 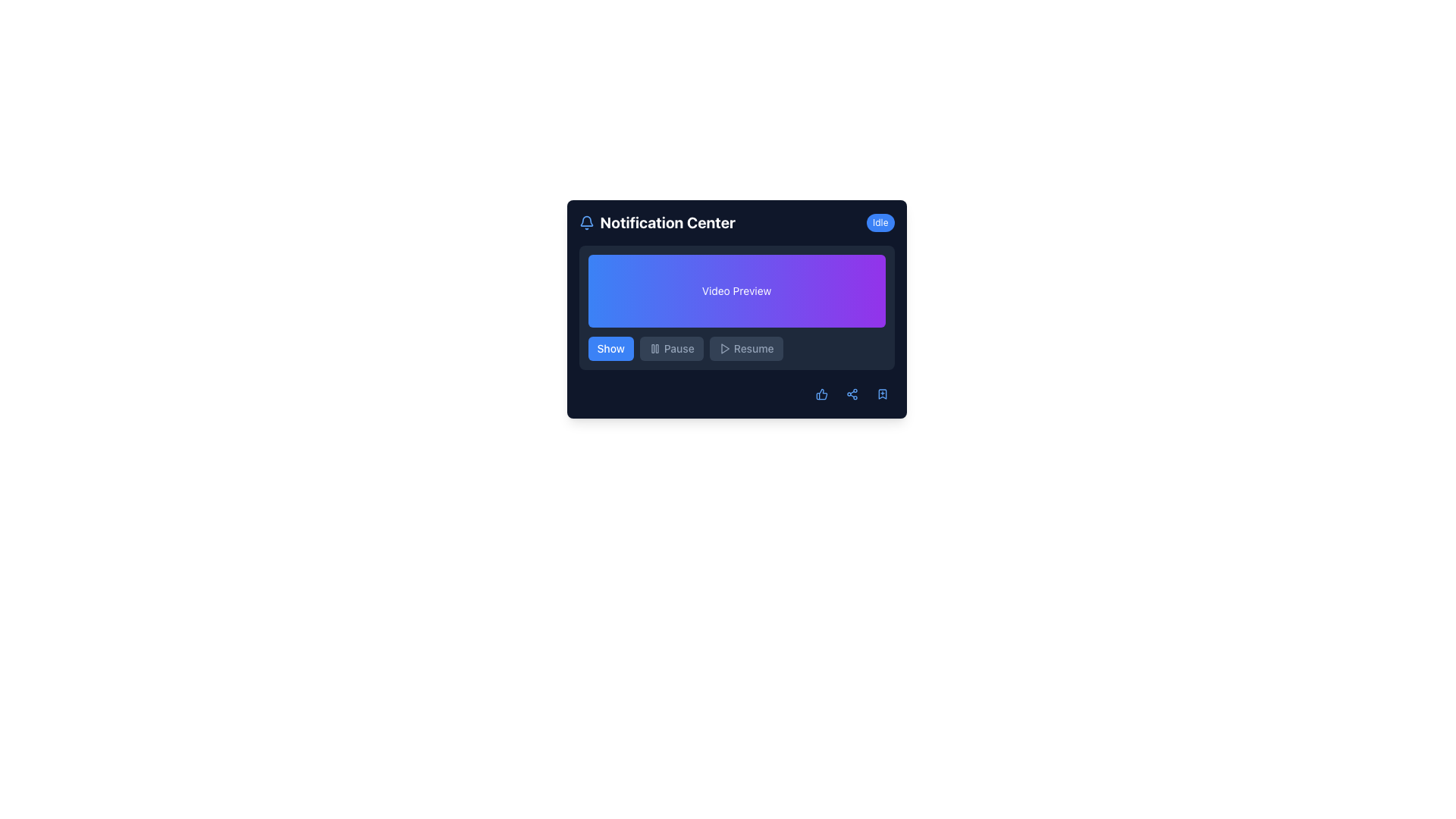 I want to click on the right vertical bar of the Pause icon, which is positioned towards the center-right of the interface, adjacent to the 'Show' button on the left and the 'Resume' button on the right, so click(x=657, y=348).